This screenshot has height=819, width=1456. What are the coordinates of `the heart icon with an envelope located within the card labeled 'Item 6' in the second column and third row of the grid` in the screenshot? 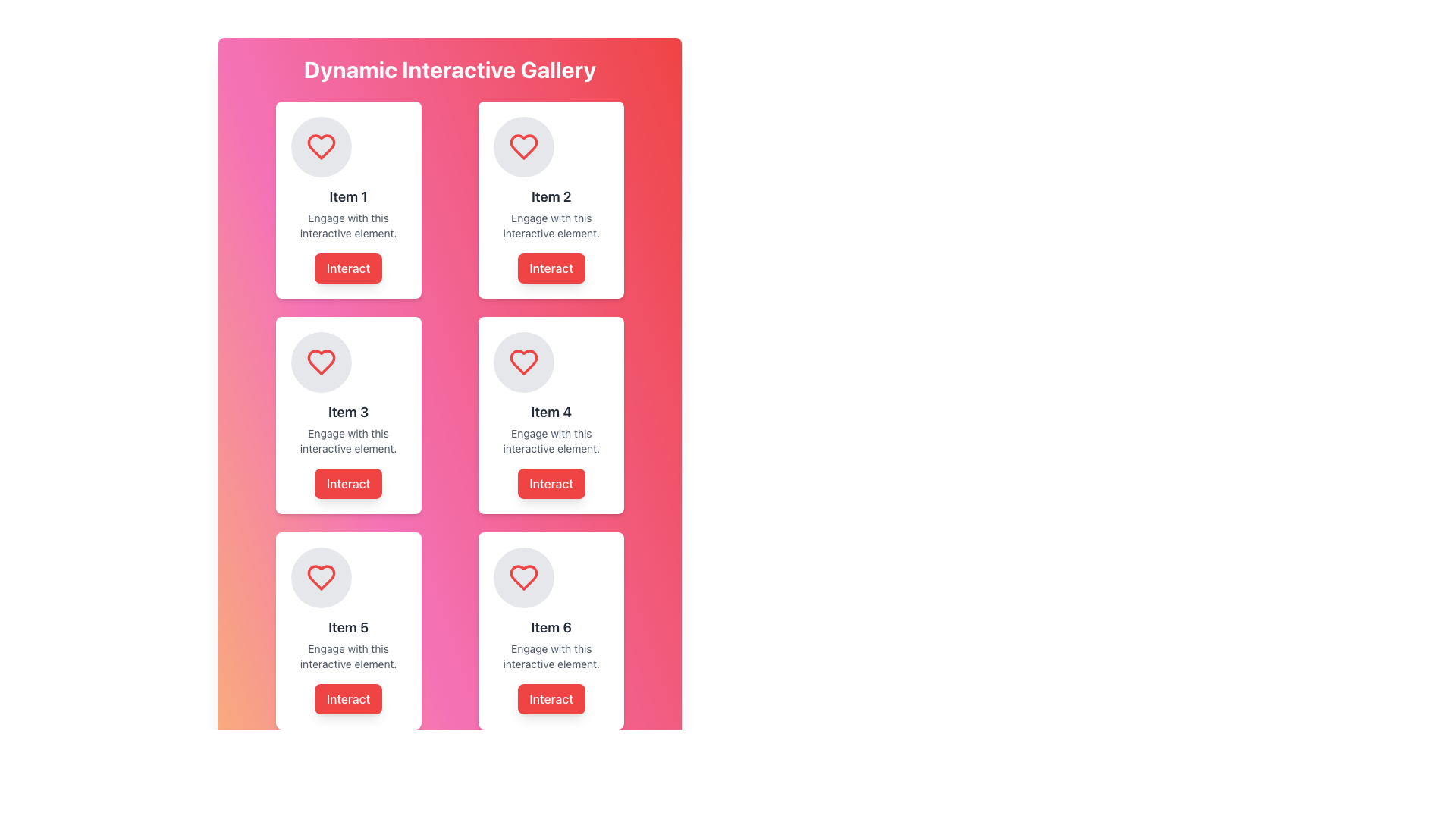 It's located at (524, 578).